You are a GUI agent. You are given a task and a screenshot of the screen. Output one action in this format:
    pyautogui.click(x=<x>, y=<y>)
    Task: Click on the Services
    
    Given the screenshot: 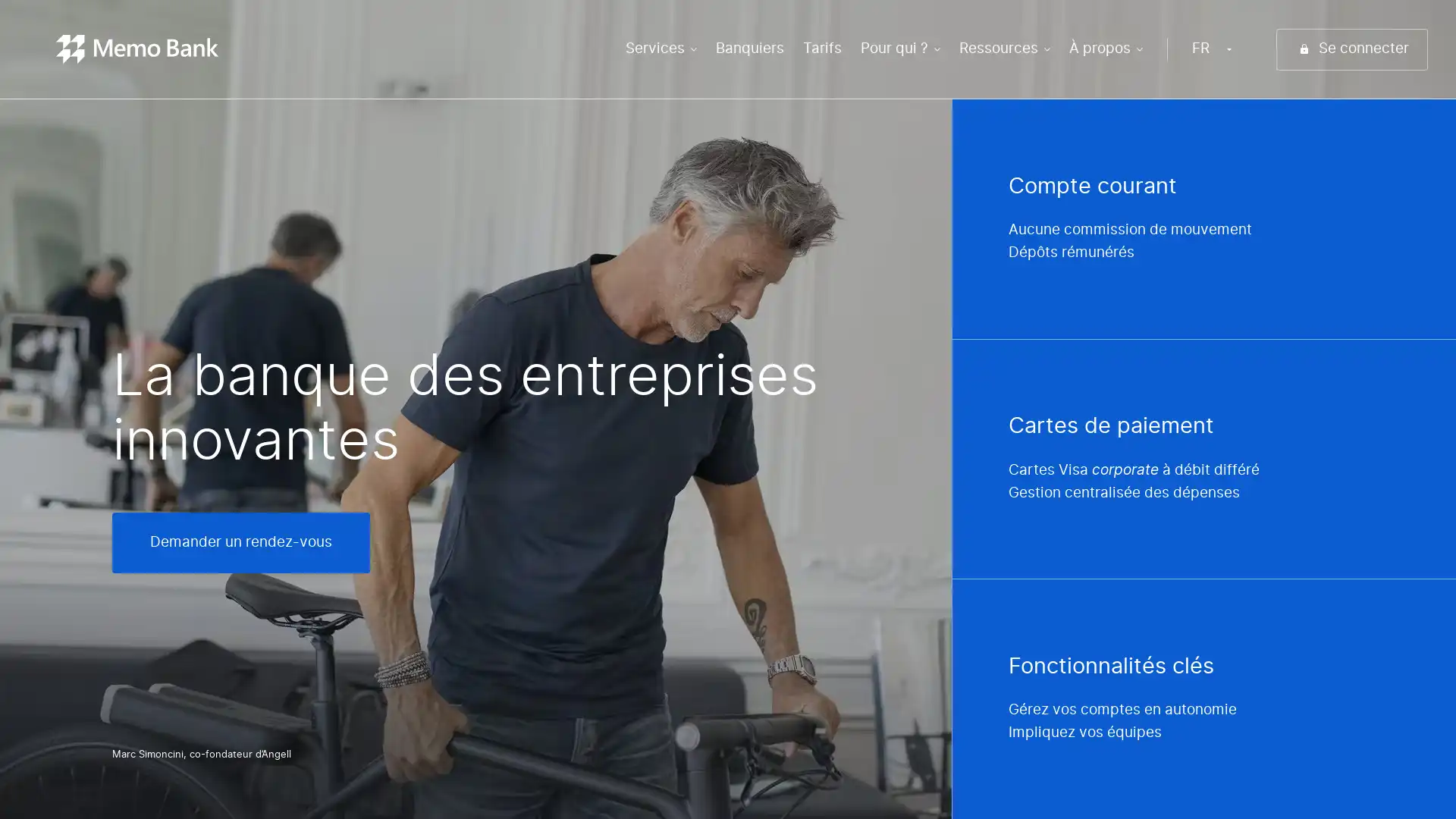 What is the action you would take?
    pyautogui.click(x=661, y=49)
    